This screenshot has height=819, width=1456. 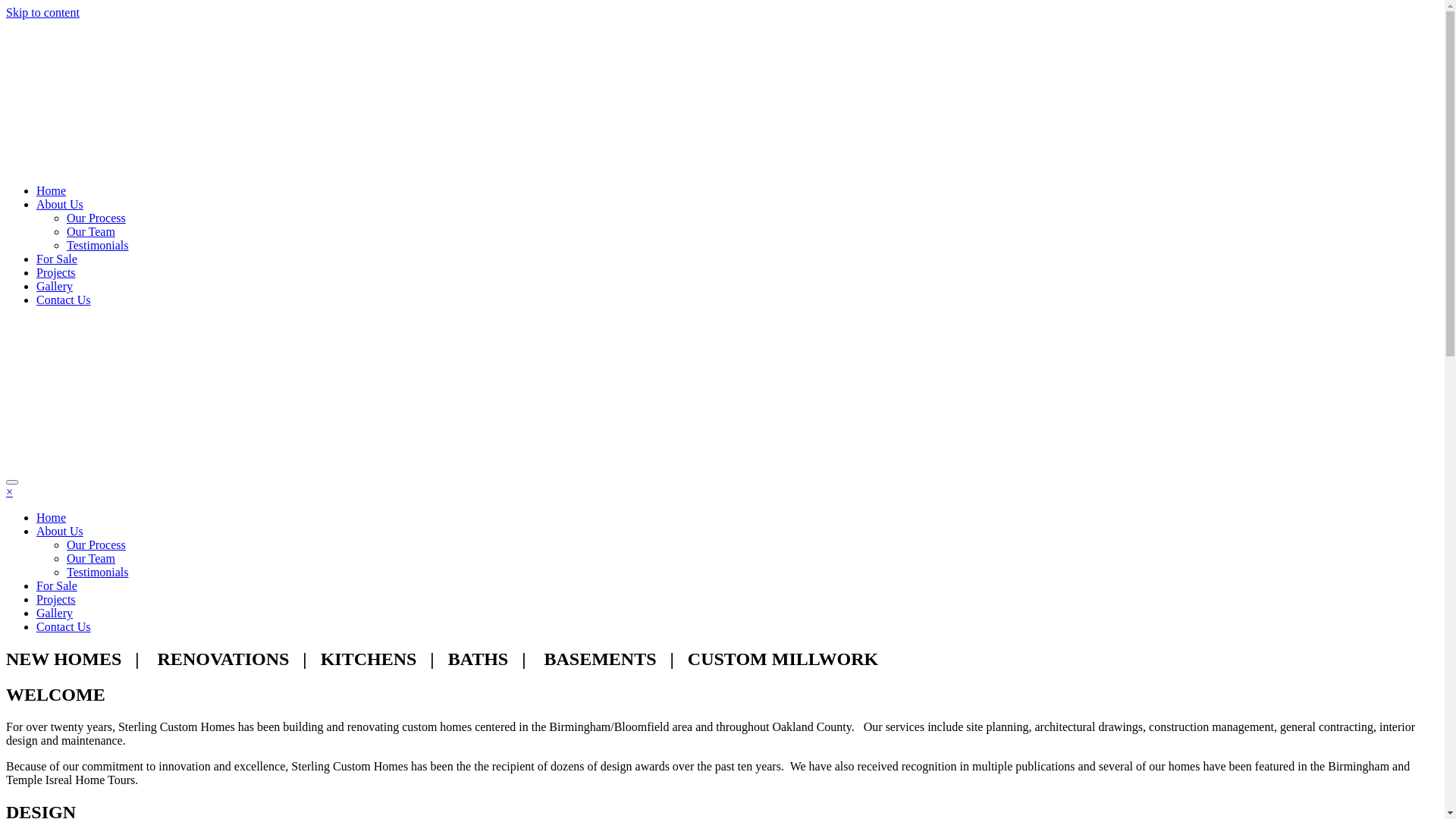 What do you see at coordinates (97, 572) in the screenshot?
I see `'Testimonials'` at bounding box center [97, 572].